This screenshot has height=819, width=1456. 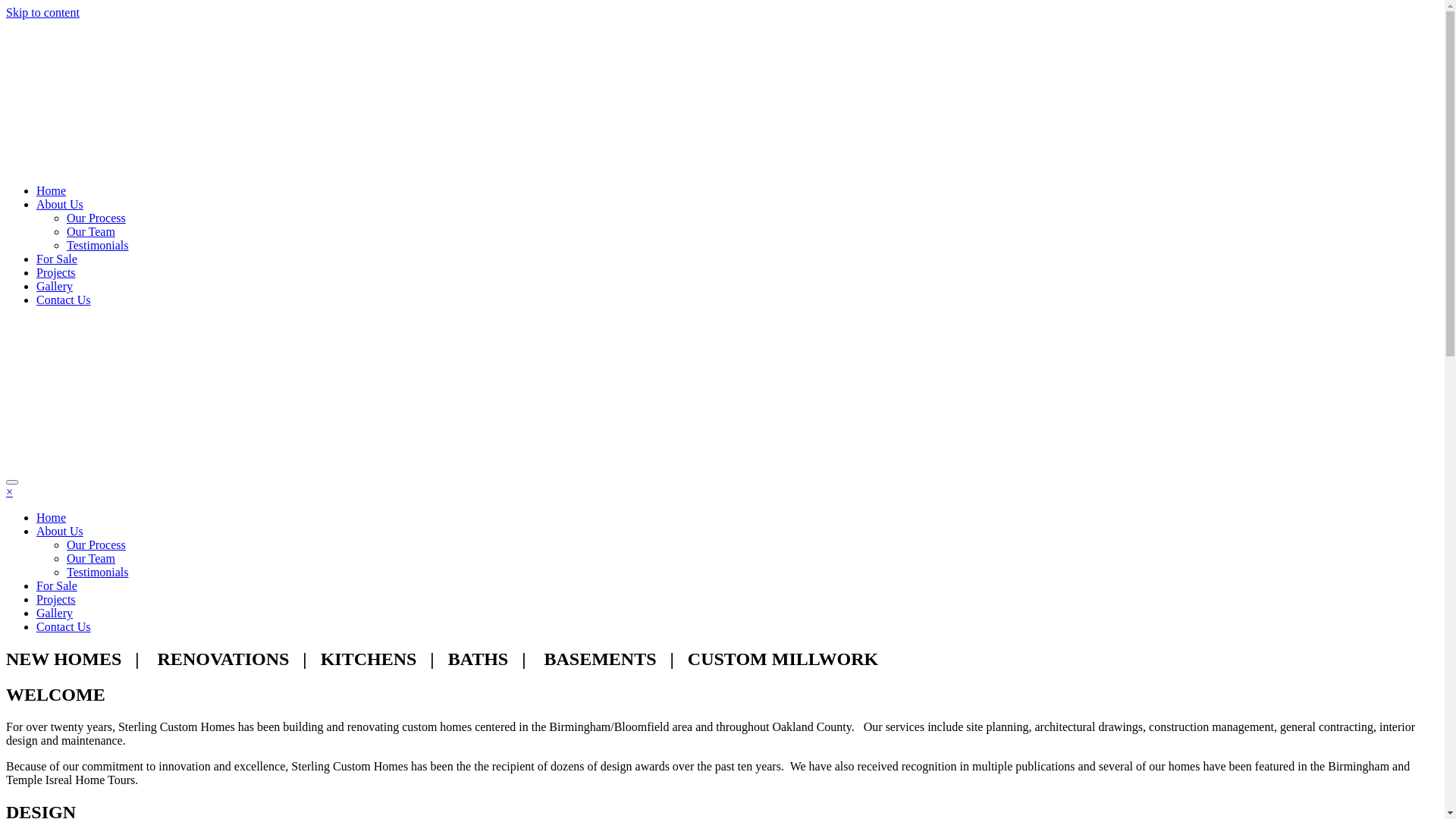 What do you see at coordinates (97, 572) in the screenshot?
I see `'Testimonials'` at bounding box center [97, 572].